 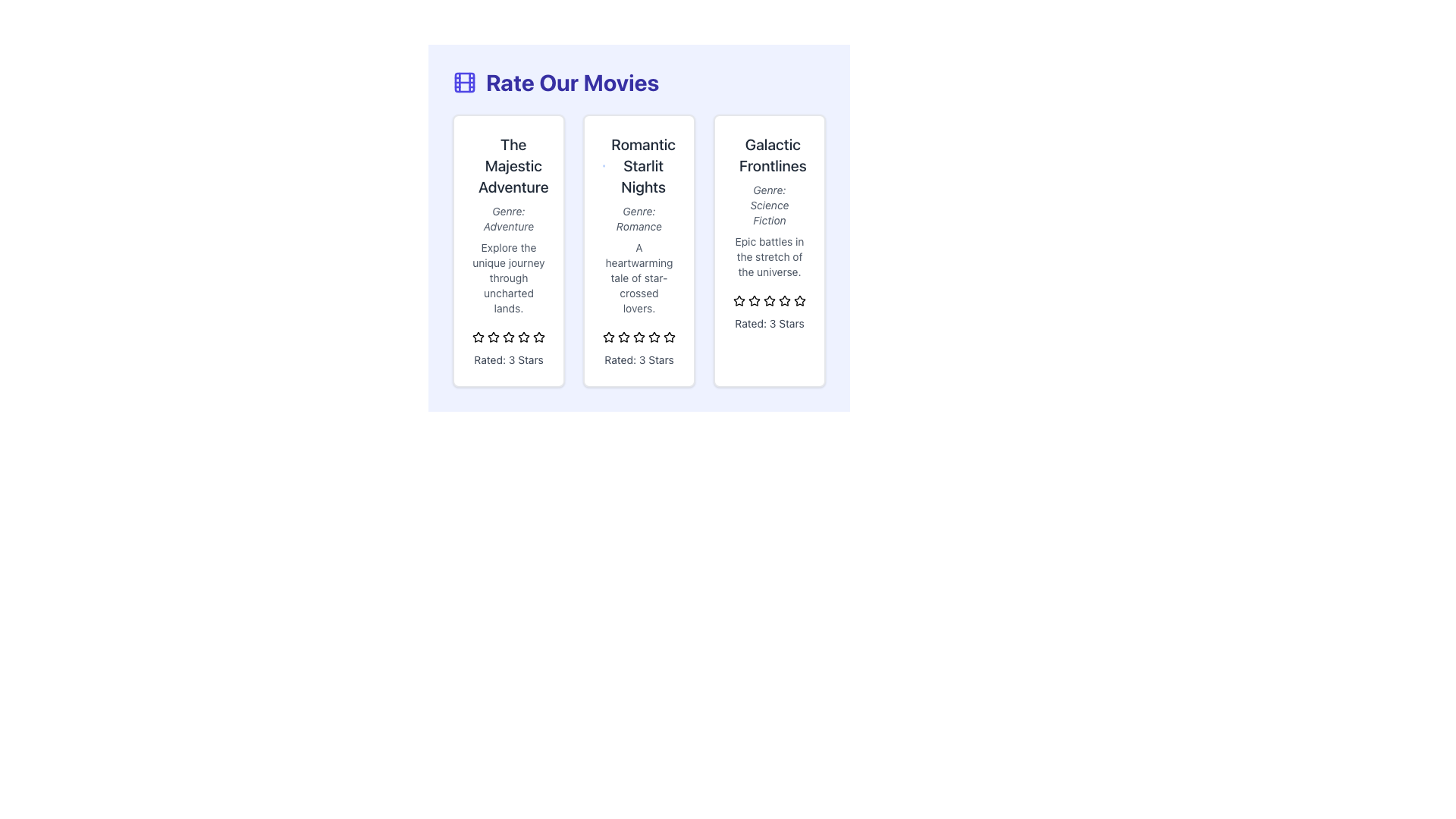 I want to click on the third interactive star icon for rating located below the description of 'The Majestic Adventure', so click(x=524, y=336).